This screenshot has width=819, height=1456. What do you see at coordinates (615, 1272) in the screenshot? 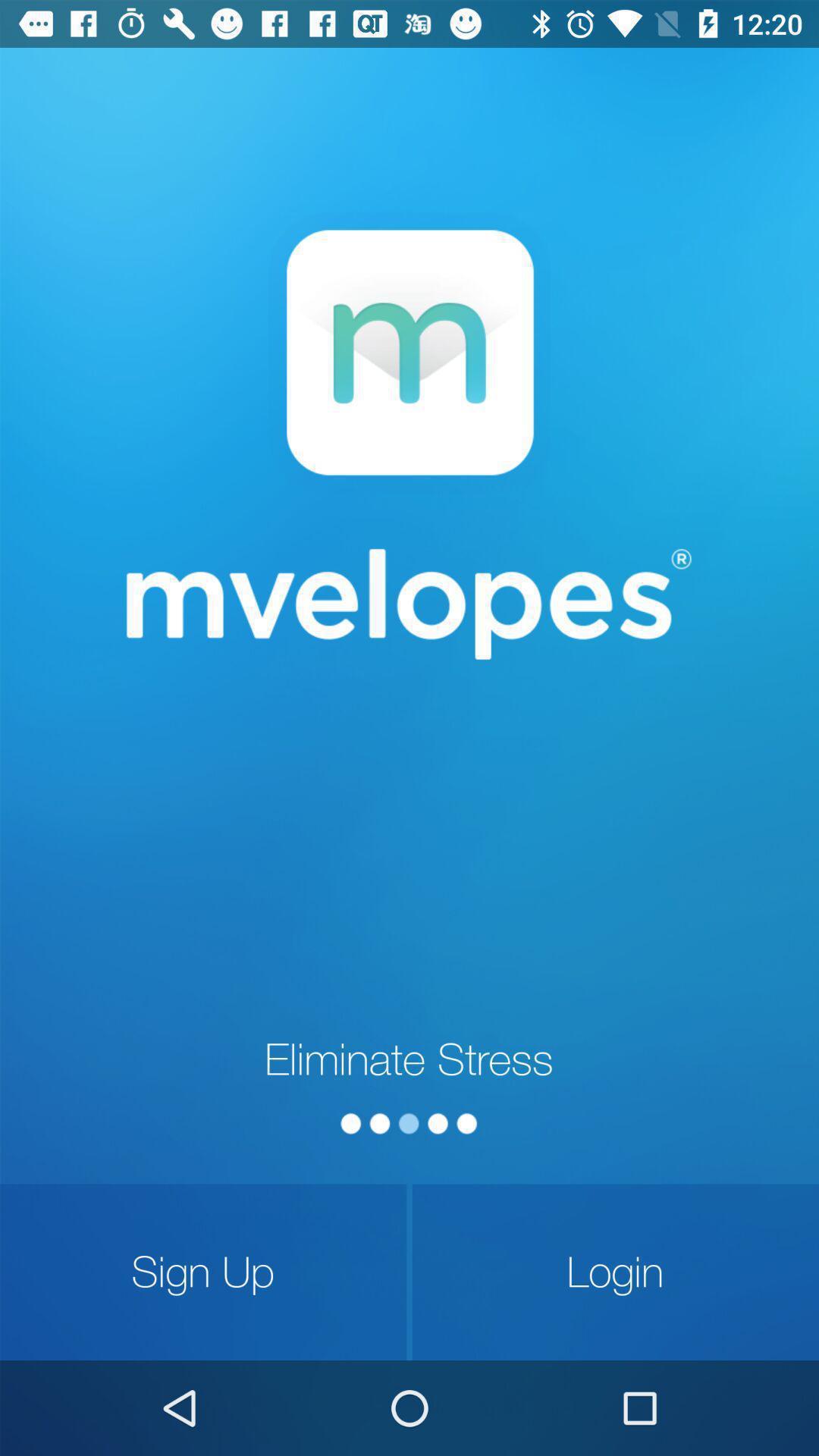
I see `the icon at the bottom right corner` at bounding box center [615, 1272].